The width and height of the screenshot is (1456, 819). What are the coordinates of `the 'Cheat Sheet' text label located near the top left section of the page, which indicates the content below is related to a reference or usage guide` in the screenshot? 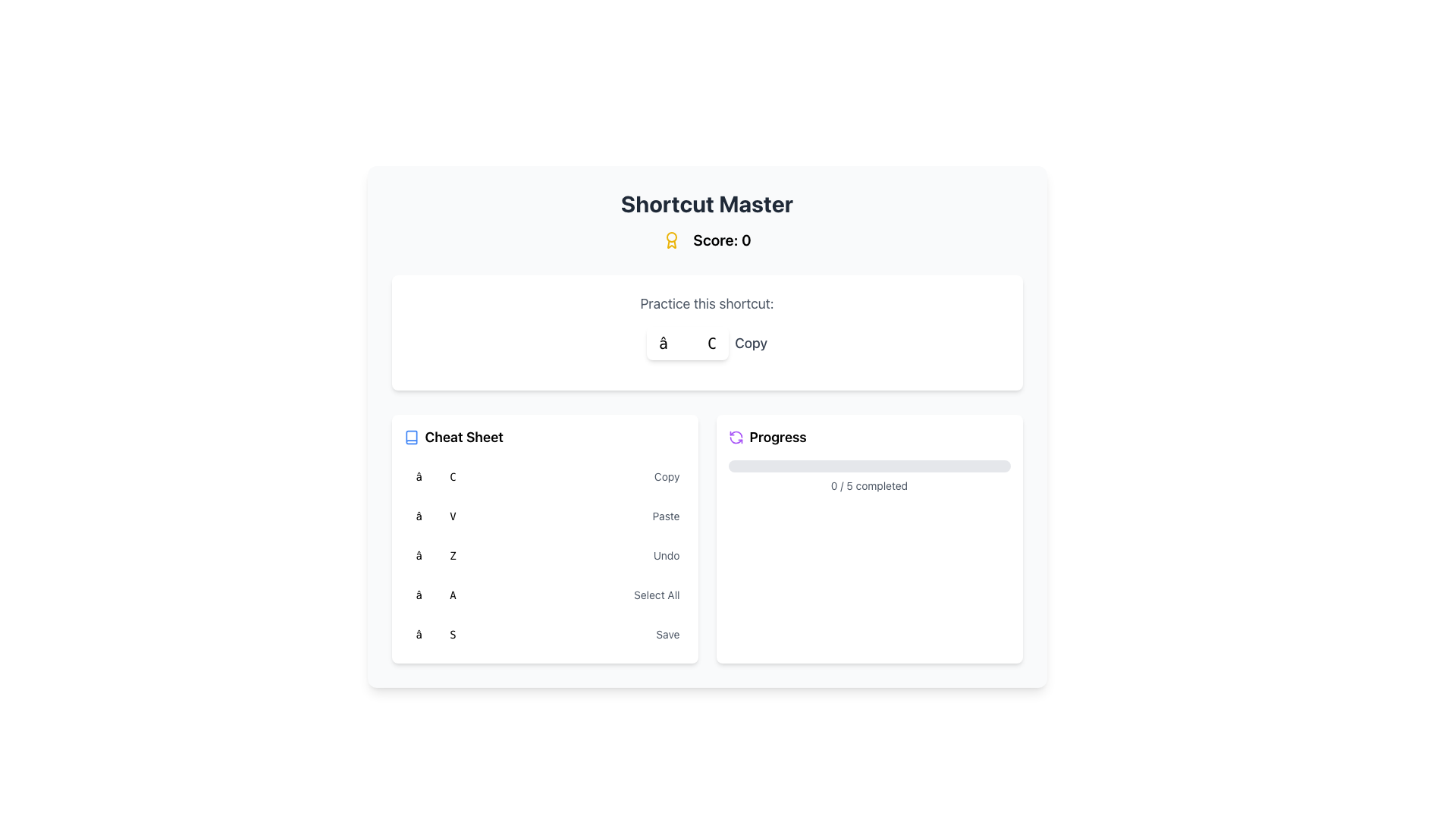 It's located at (463, 438).